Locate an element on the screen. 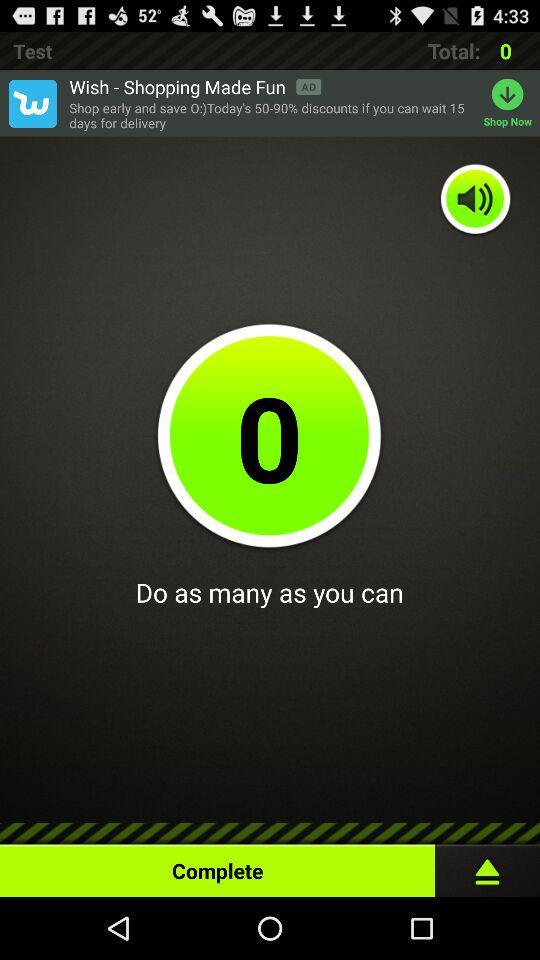  shop early and icon is located at coordinates (270, 115).